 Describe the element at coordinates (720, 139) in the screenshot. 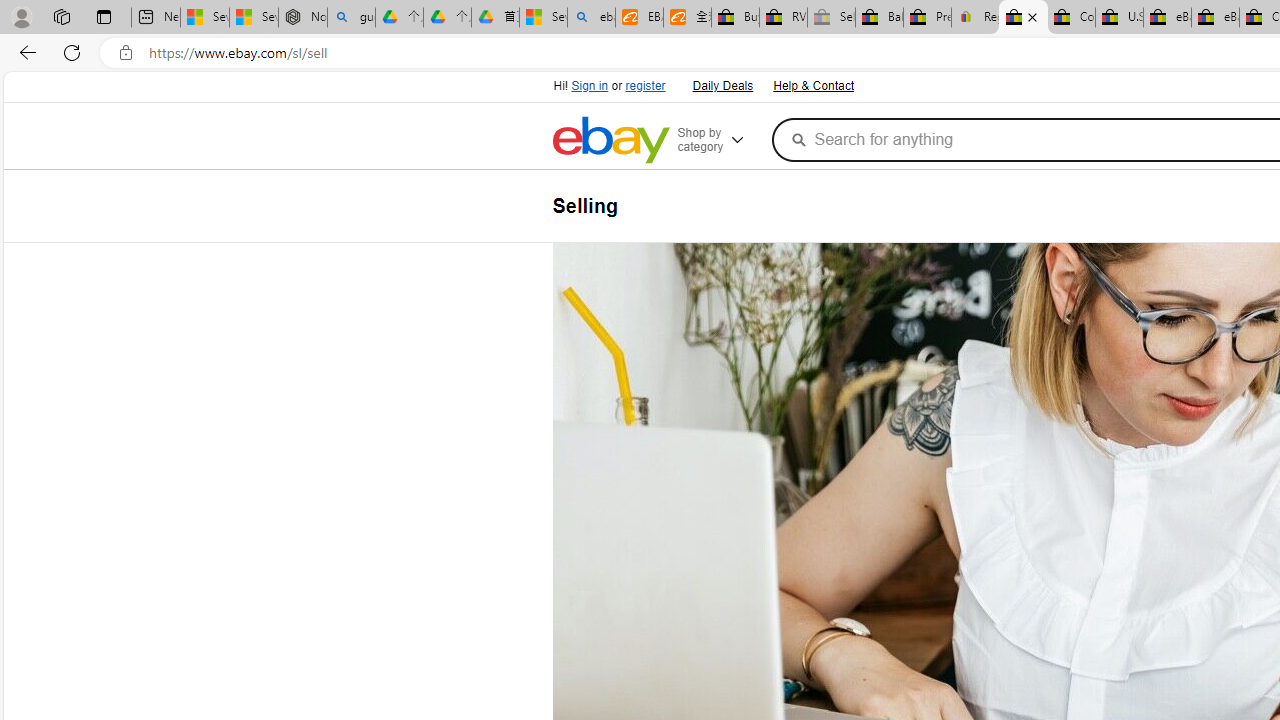

I see `'Shop by category'` at that location.